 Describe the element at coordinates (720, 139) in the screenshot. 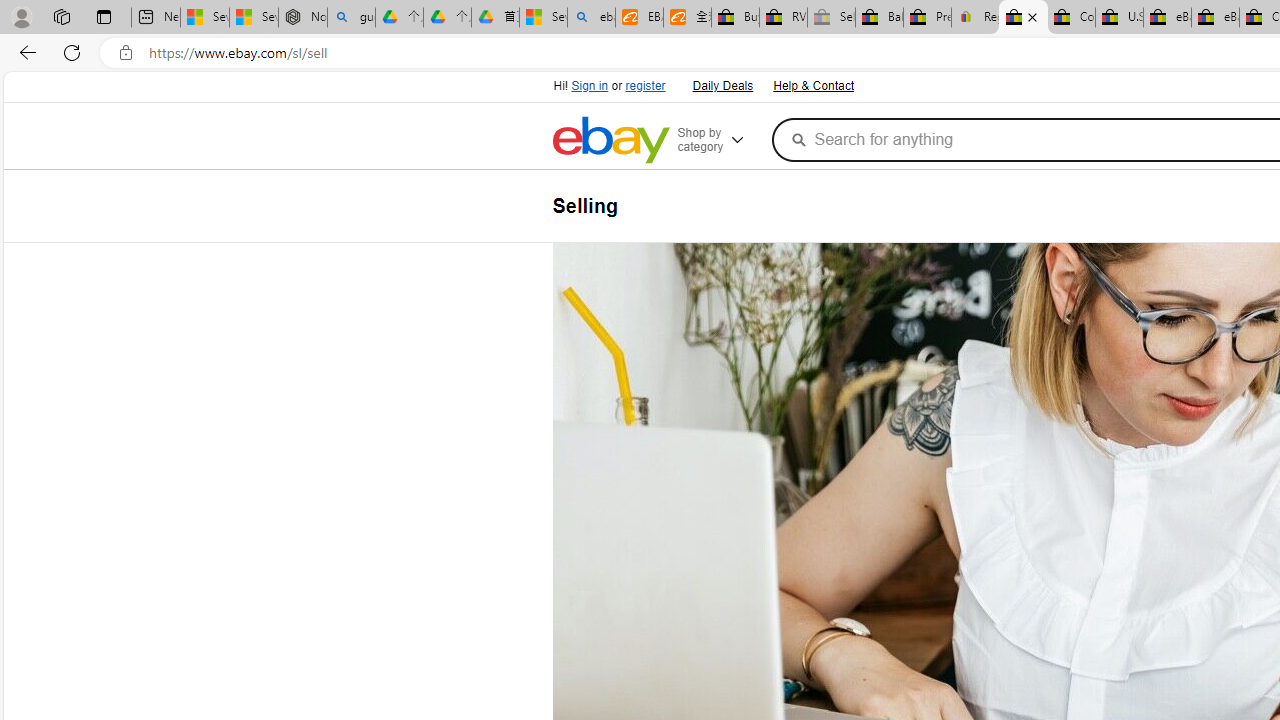

I see `'Shop by category'` at that location.